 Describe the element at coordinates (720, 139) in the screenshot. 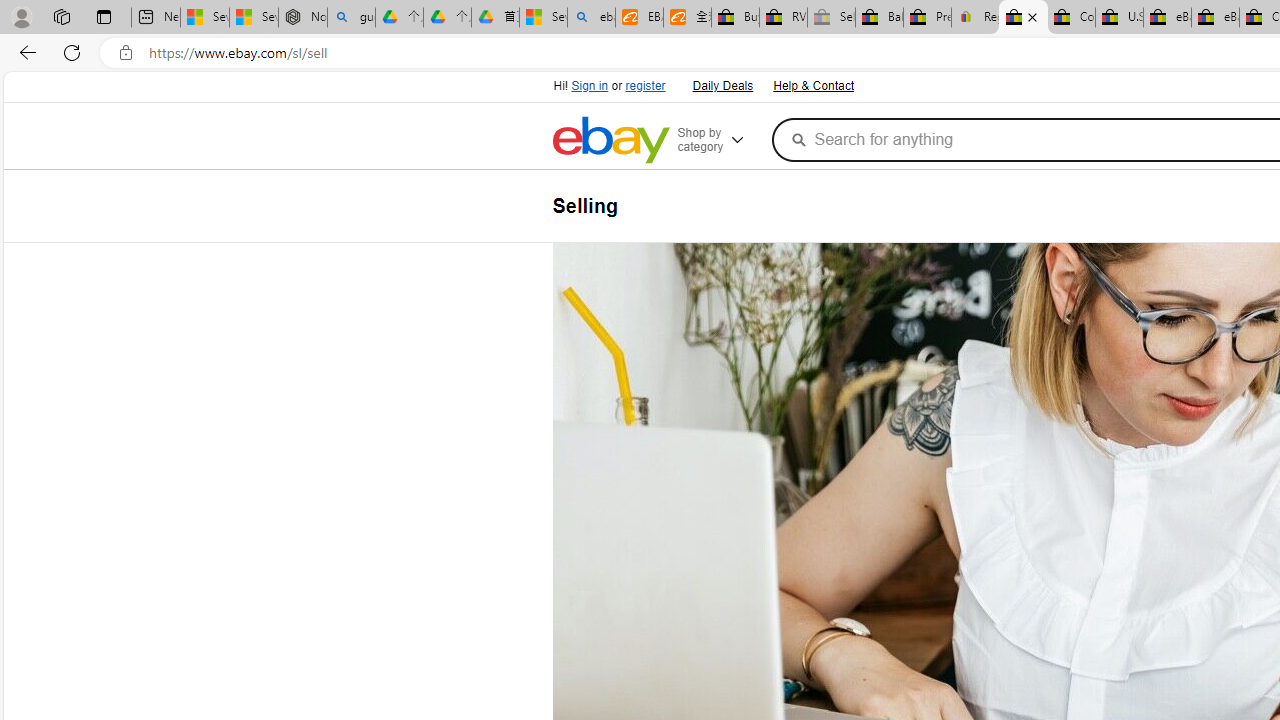

I see `'Shop by category'` at that location.